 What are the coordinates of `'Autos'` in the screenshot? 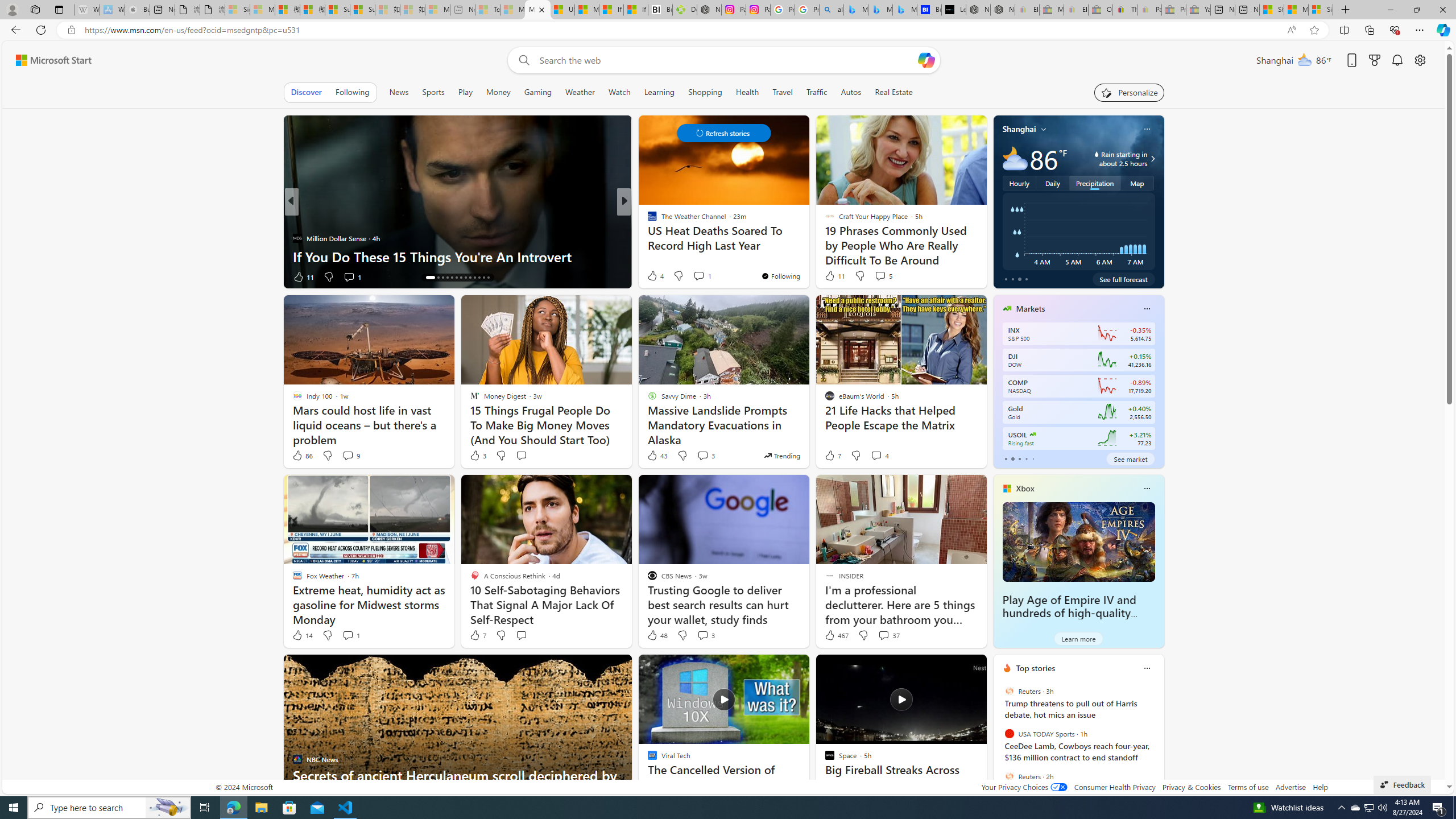 It's located at (851, 92).